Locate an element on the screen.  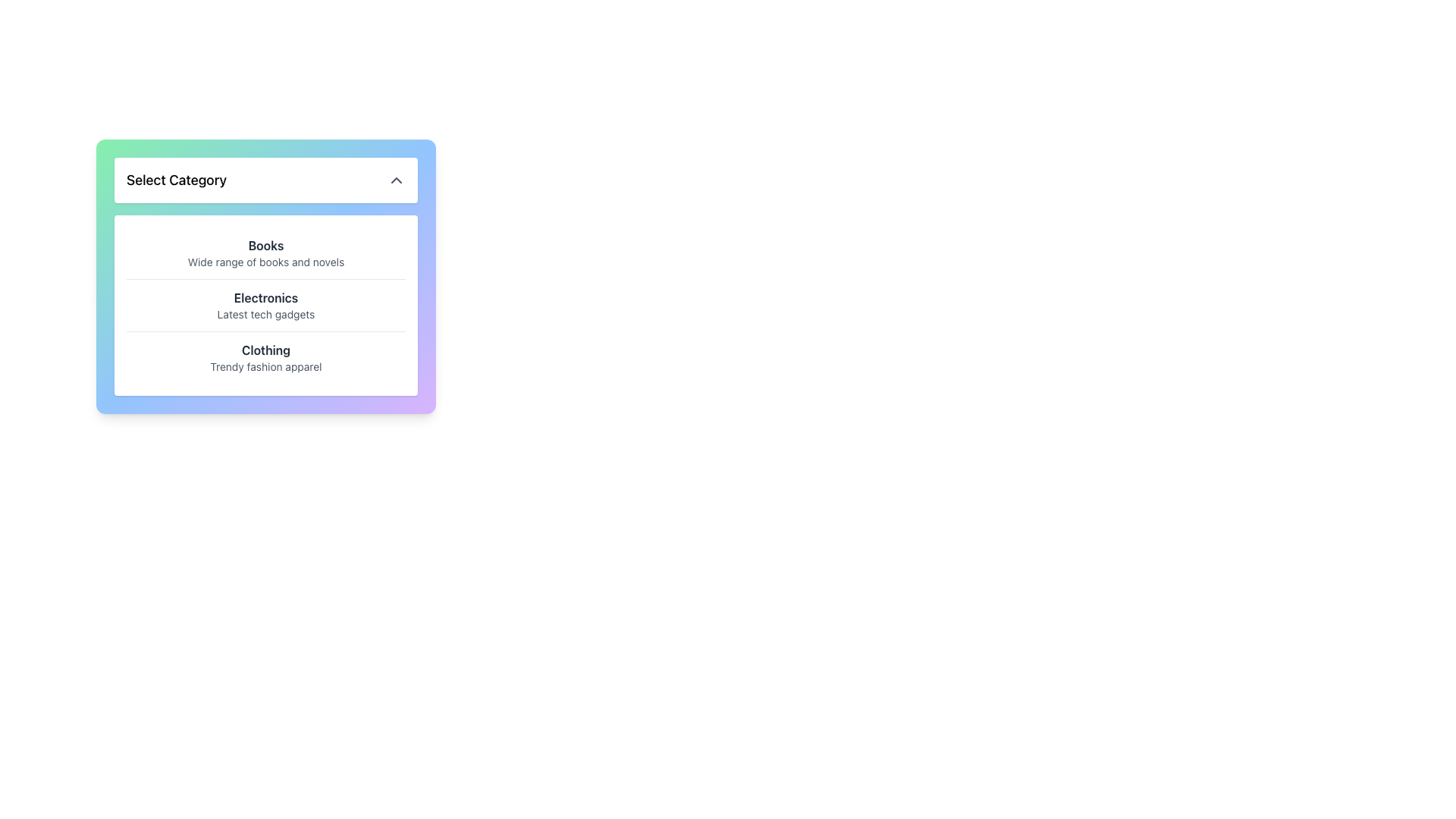
the Dropdown menu with a gradient background located below the title 'Select Category' is located at coordinates (265, 277).